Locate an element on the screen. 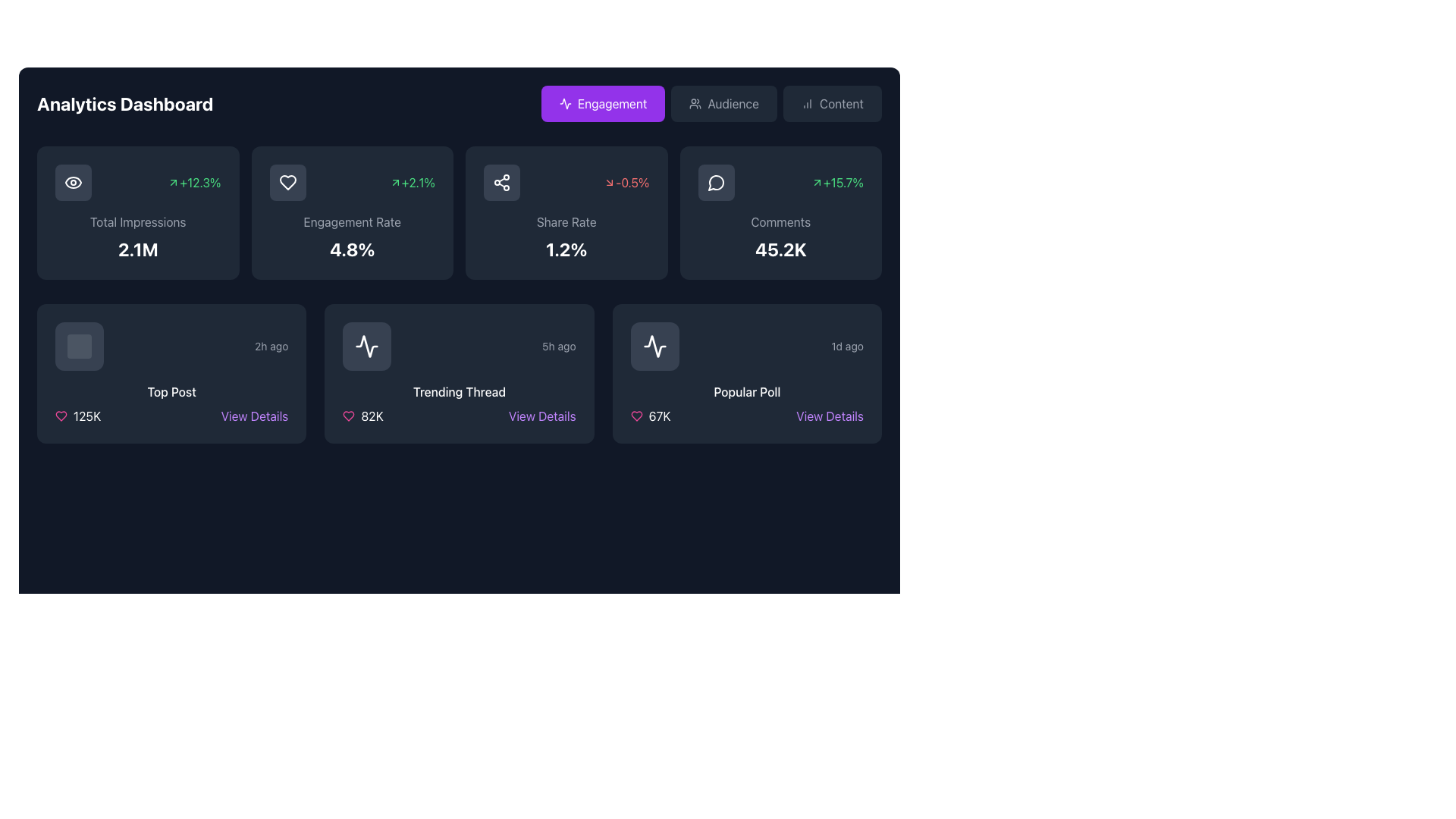 Image resolution: width=1456 pixels, height=819 pixels. the trend increase icon located in the 'Total Impressions' tile, which indicates a '+12.3%' increase is located at coordinates (174, 181).